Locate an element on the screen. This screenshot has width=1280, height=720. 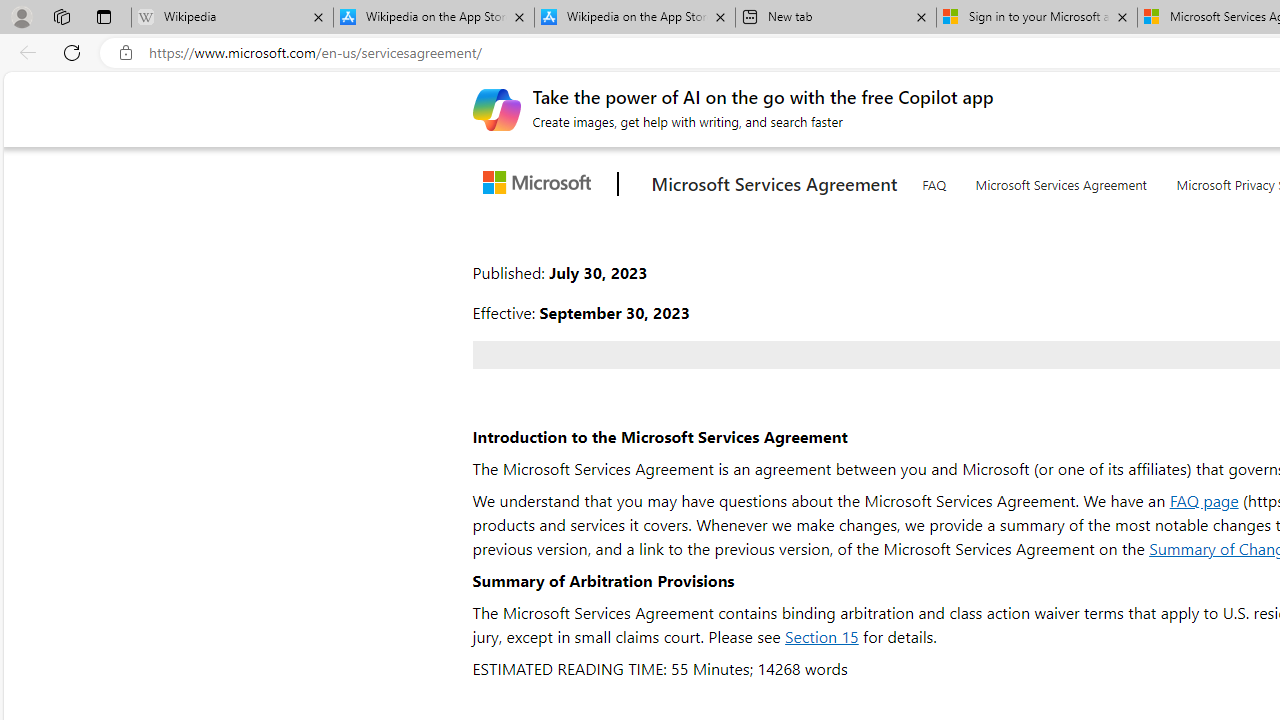
'Create images, get help with writing, and search faster' is located at coordinates (496, 109).